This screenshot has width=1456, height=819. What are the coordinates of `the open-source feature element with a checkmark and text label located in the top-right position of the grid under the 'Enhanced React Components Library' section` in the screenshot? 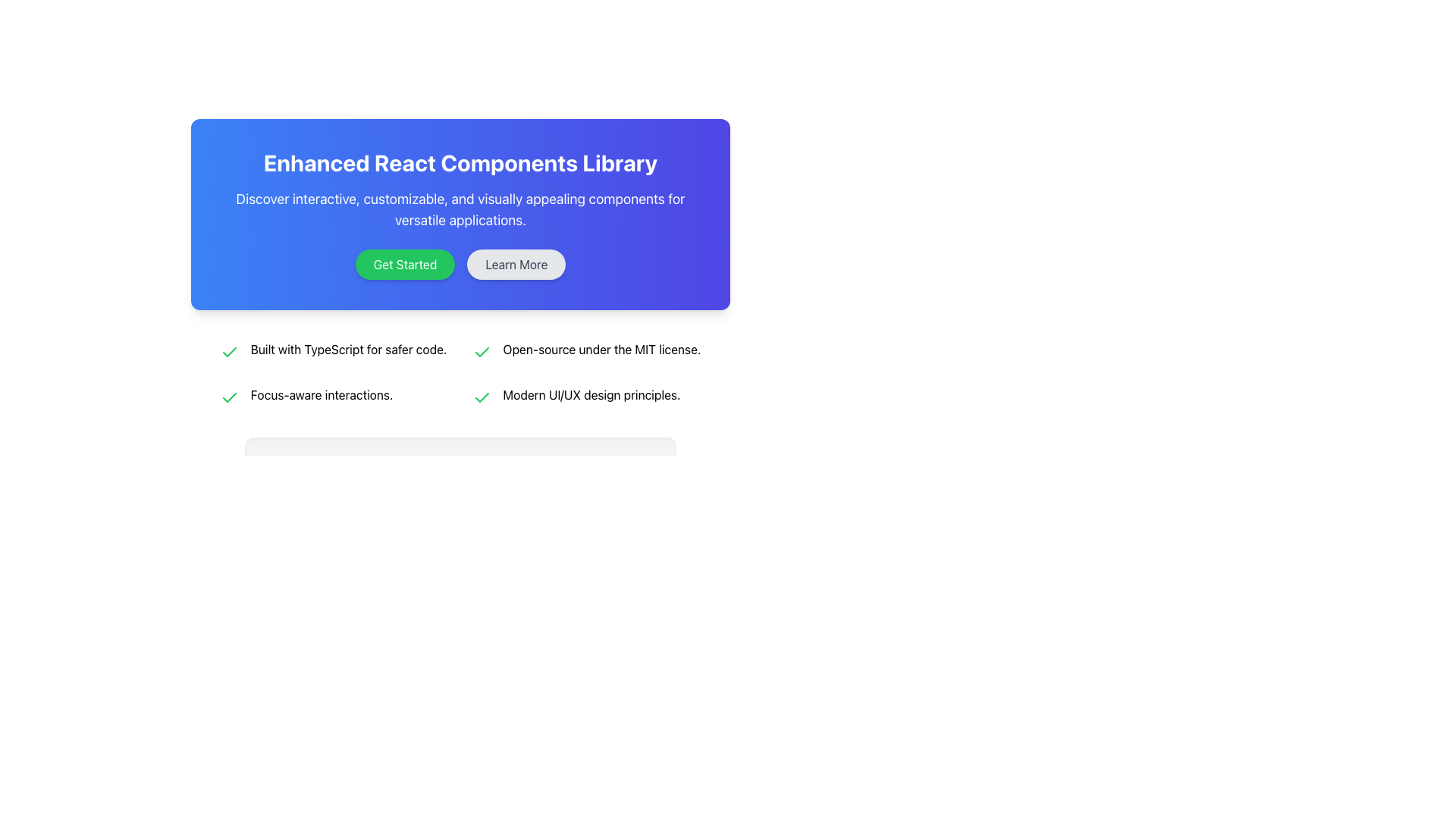 It's located at (585, 350).